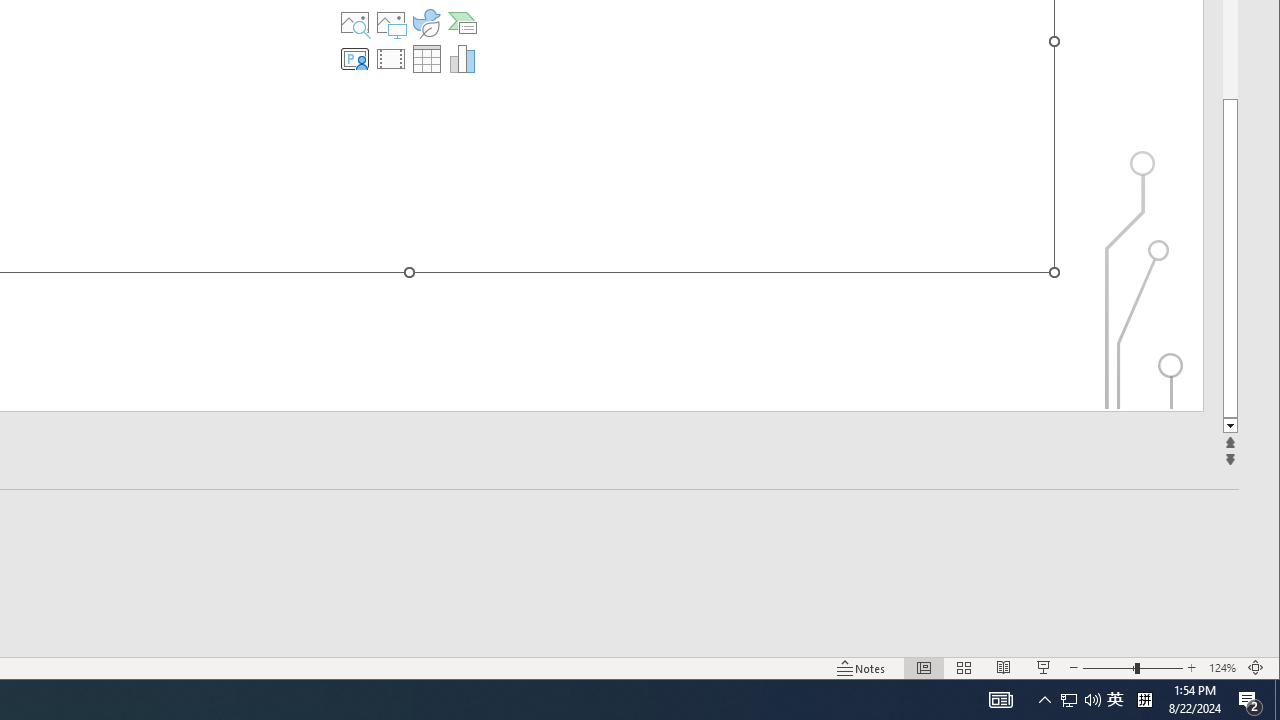  Describe the element at coordinates (861, 668) in the screenshot. I see `'Notes '` at that location.